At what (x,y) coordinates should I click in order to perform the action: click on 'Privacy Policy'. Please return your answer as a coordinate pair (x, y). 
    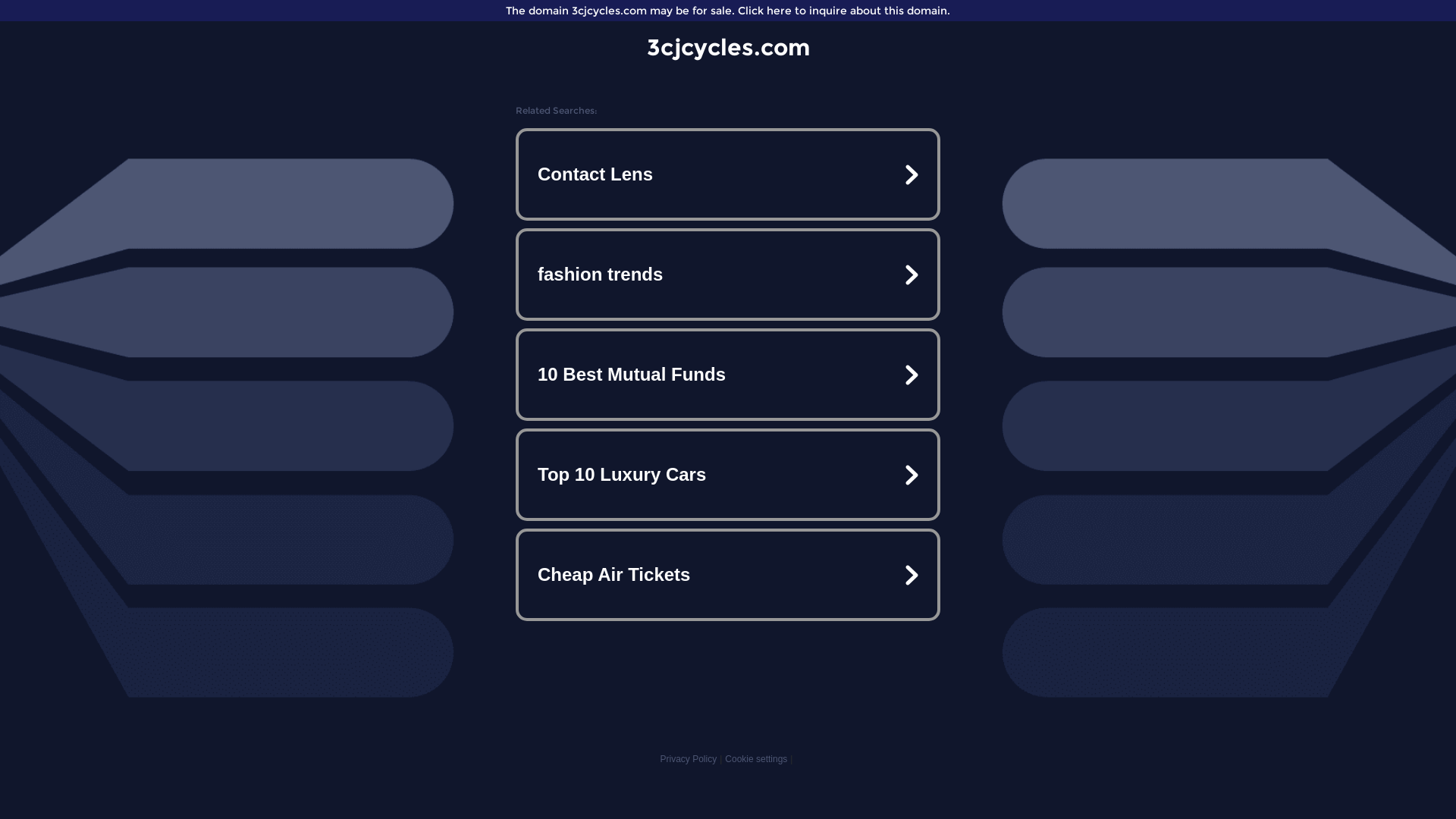
    Looking at the image, I should click on (659, 759).